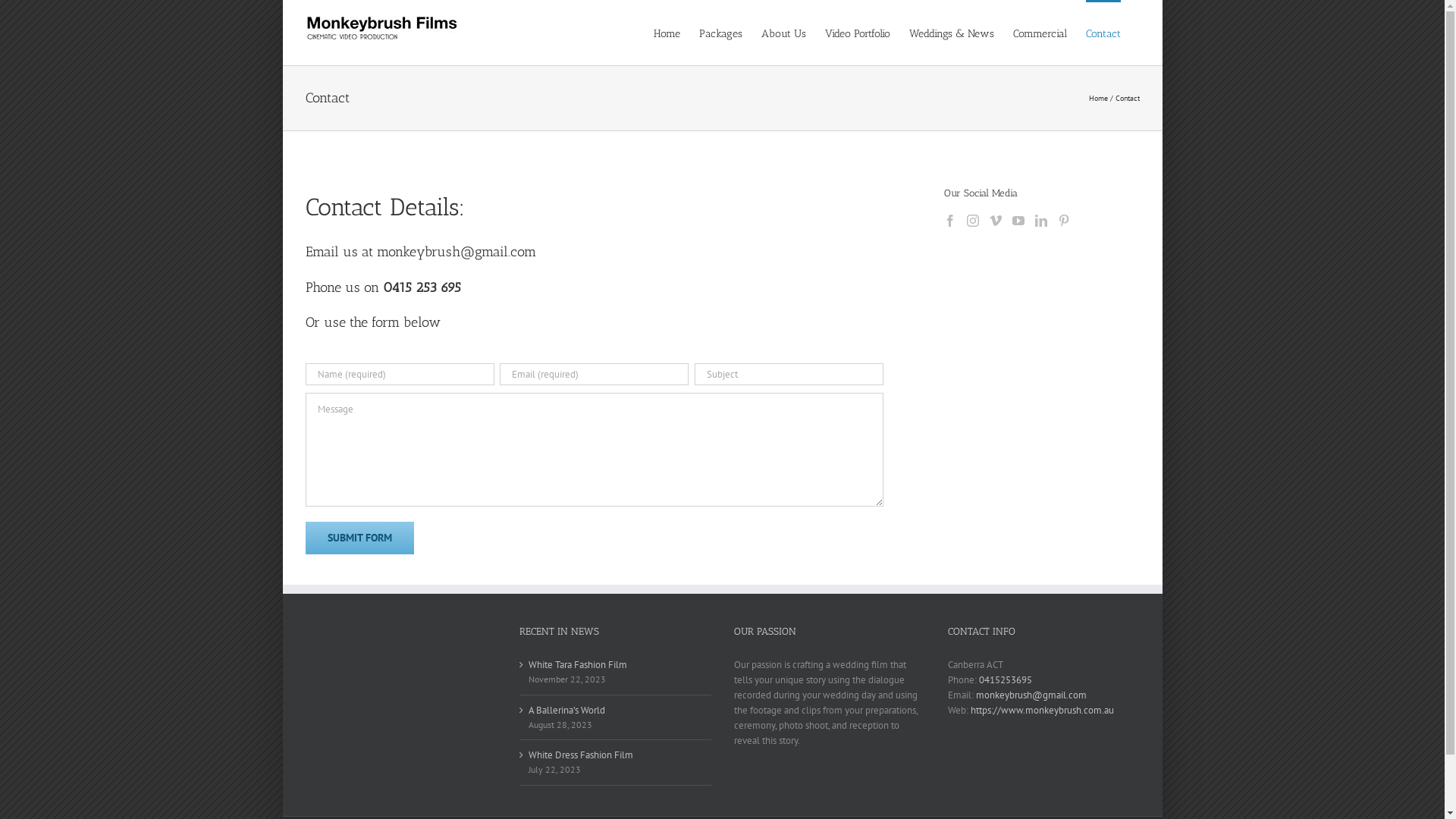  I want to click on 'Pinterest', so click(1062, 220).